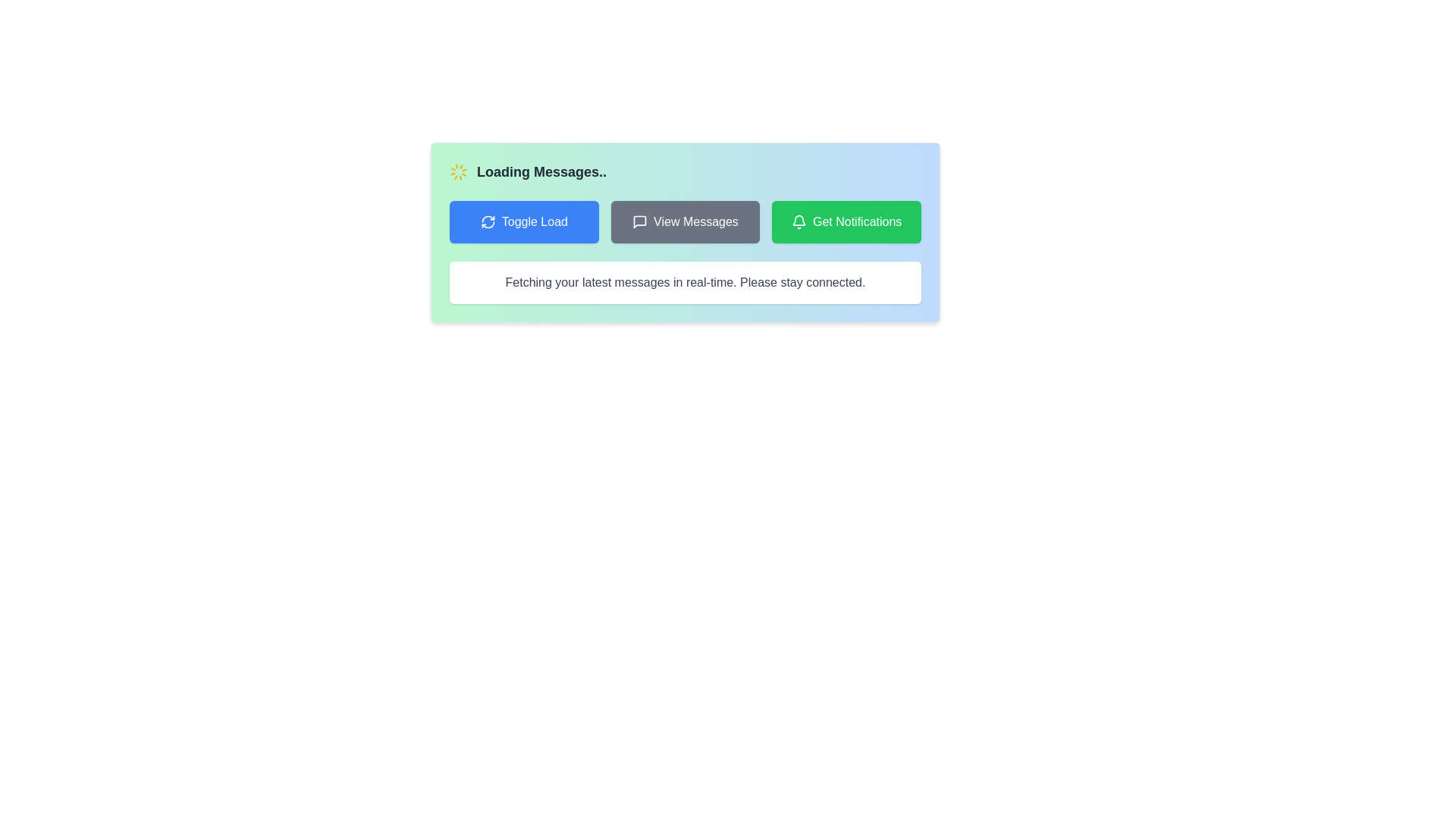 The width and height of the screenshot is (1456, 819). What do you see at coordinates (695, 222) in the screenshot?
I see `the 'View Messages' text label, which is part of an interactive button with a white font on a gray background, located in the middle-right portion of the button` at bounding box center [695, 222].